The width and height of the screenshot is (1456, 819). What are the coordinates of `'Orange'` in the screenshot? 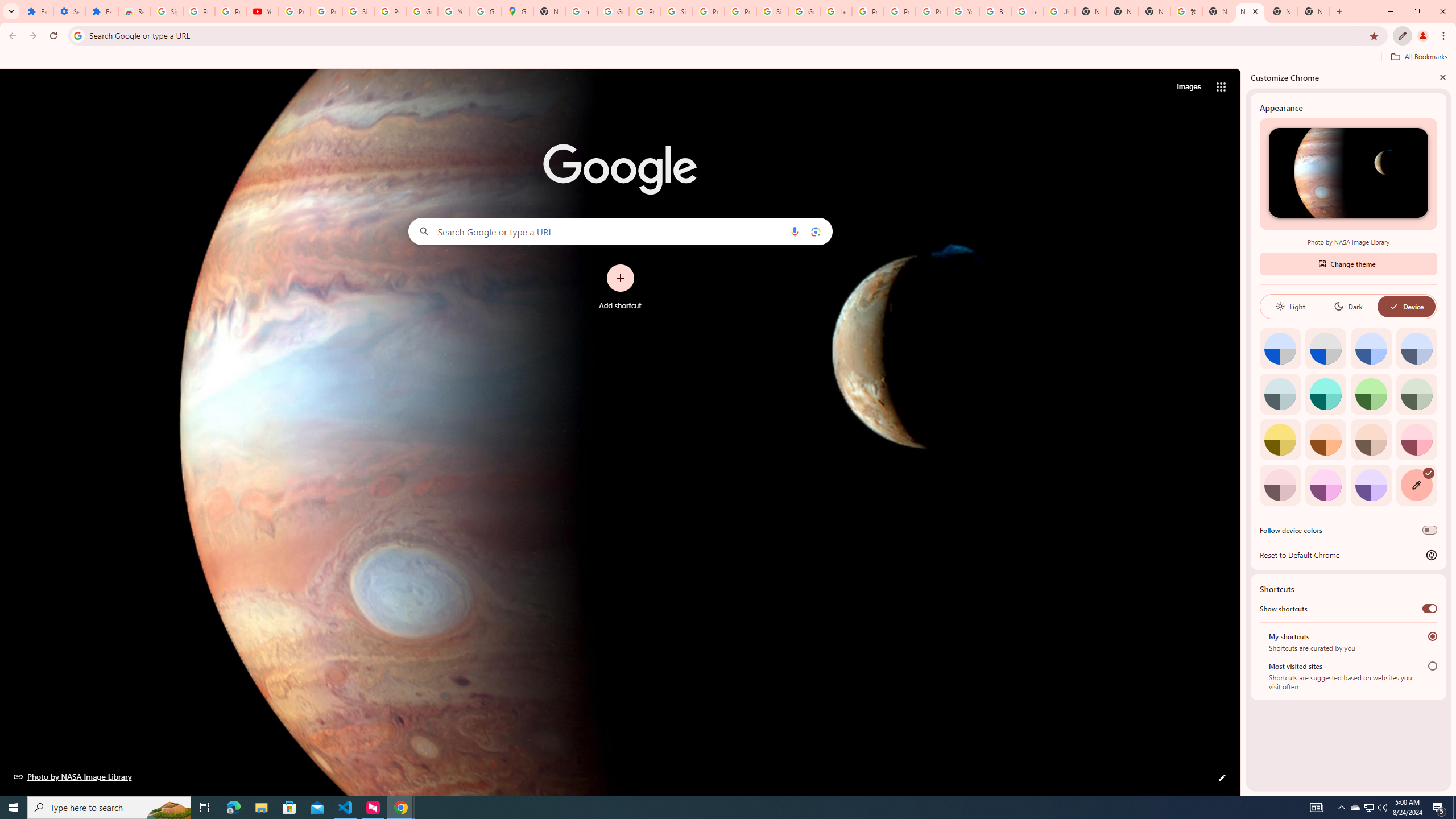 It's located at (1325, 439).